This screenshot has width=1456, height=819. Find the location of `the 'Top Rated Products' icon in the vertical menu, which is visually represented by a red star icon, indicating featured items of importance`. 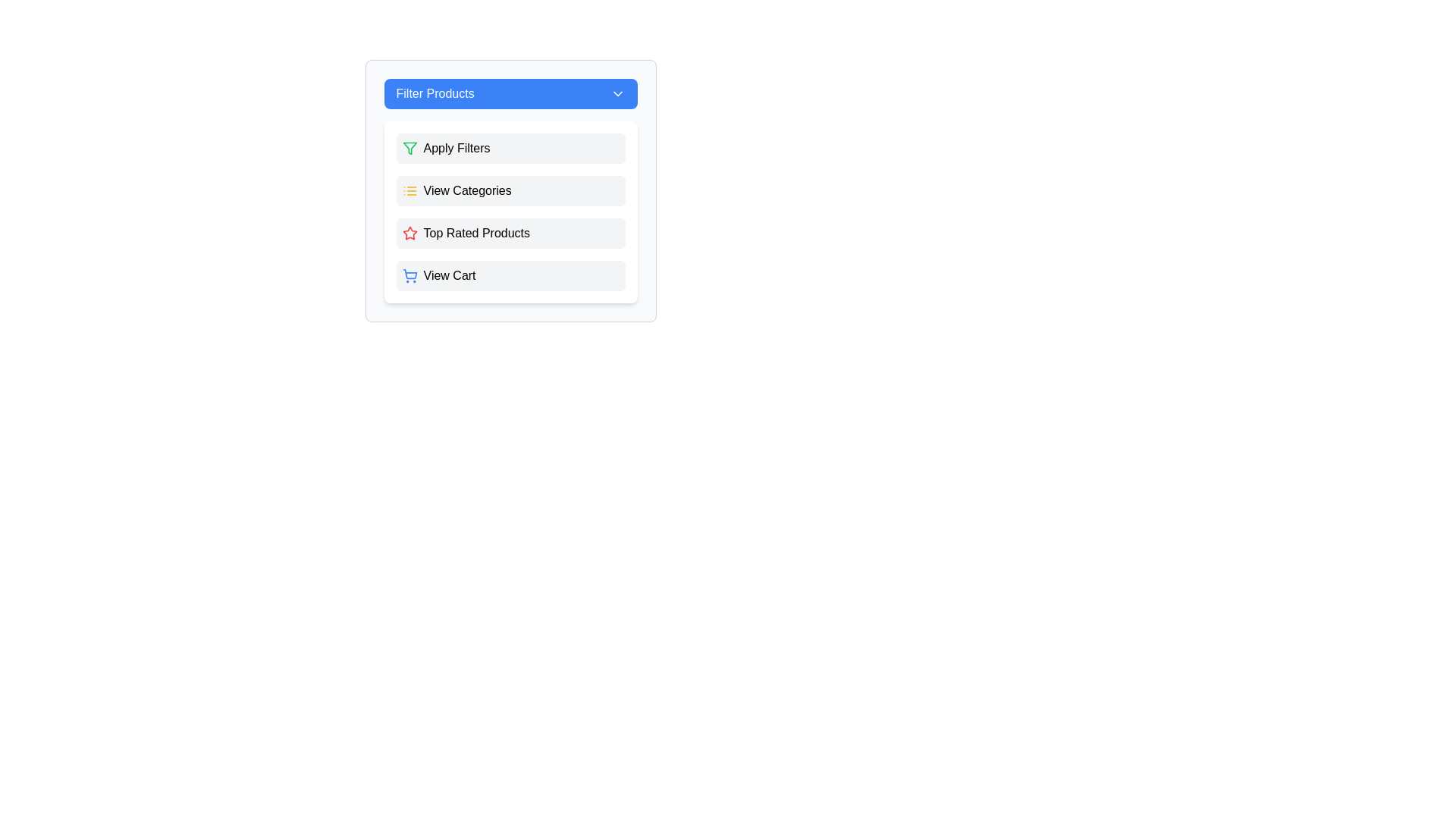

the 'Top Rated Products' icon in the vertical menu, which is visually represented by a red star icon, indicating featured items of importance is located at coordinates (409, 233).